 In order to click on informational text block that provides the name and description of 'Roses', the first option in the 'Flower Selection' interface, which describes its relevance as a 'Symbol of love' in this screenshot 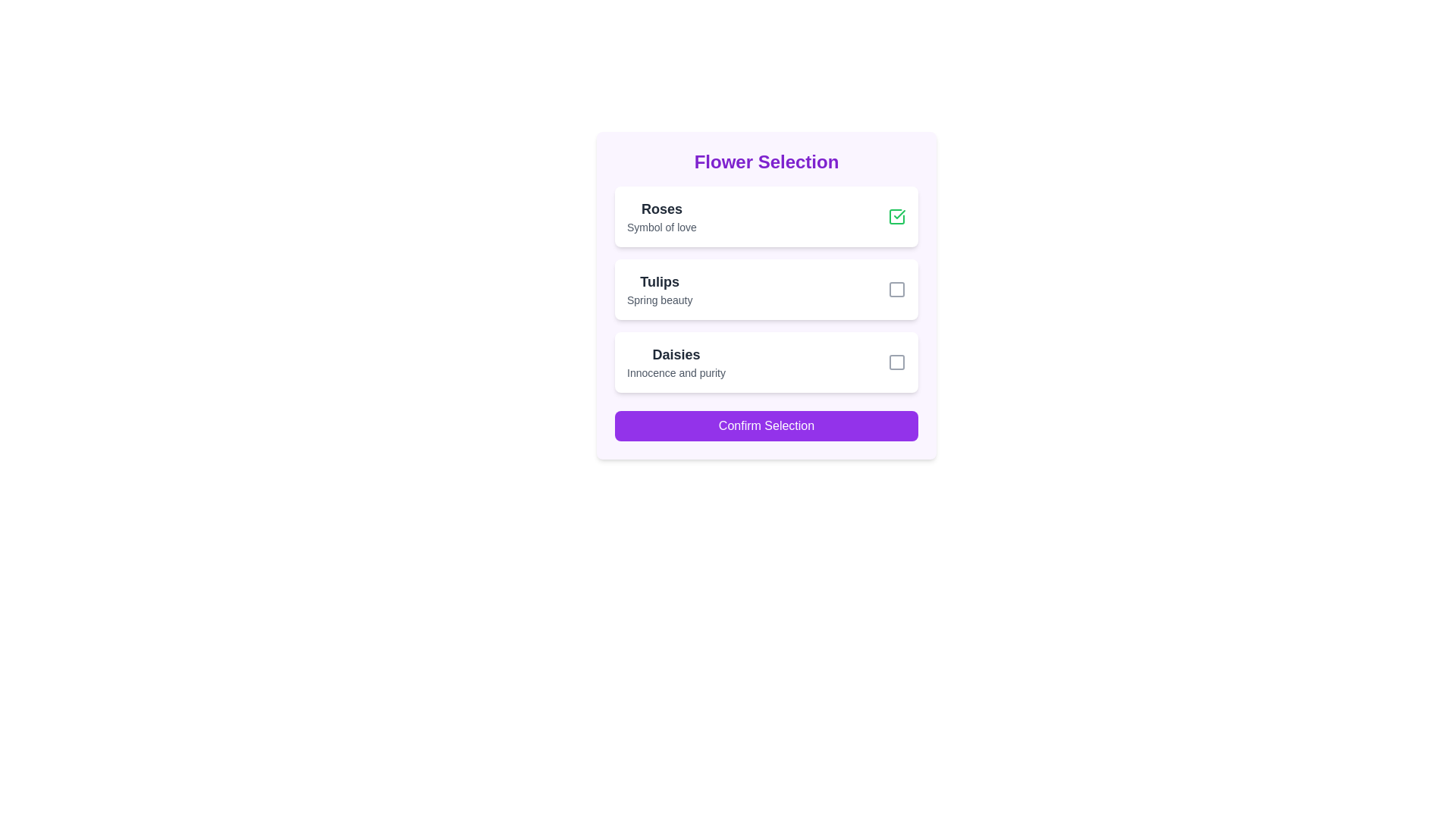, I will do `click(661, 216)`.